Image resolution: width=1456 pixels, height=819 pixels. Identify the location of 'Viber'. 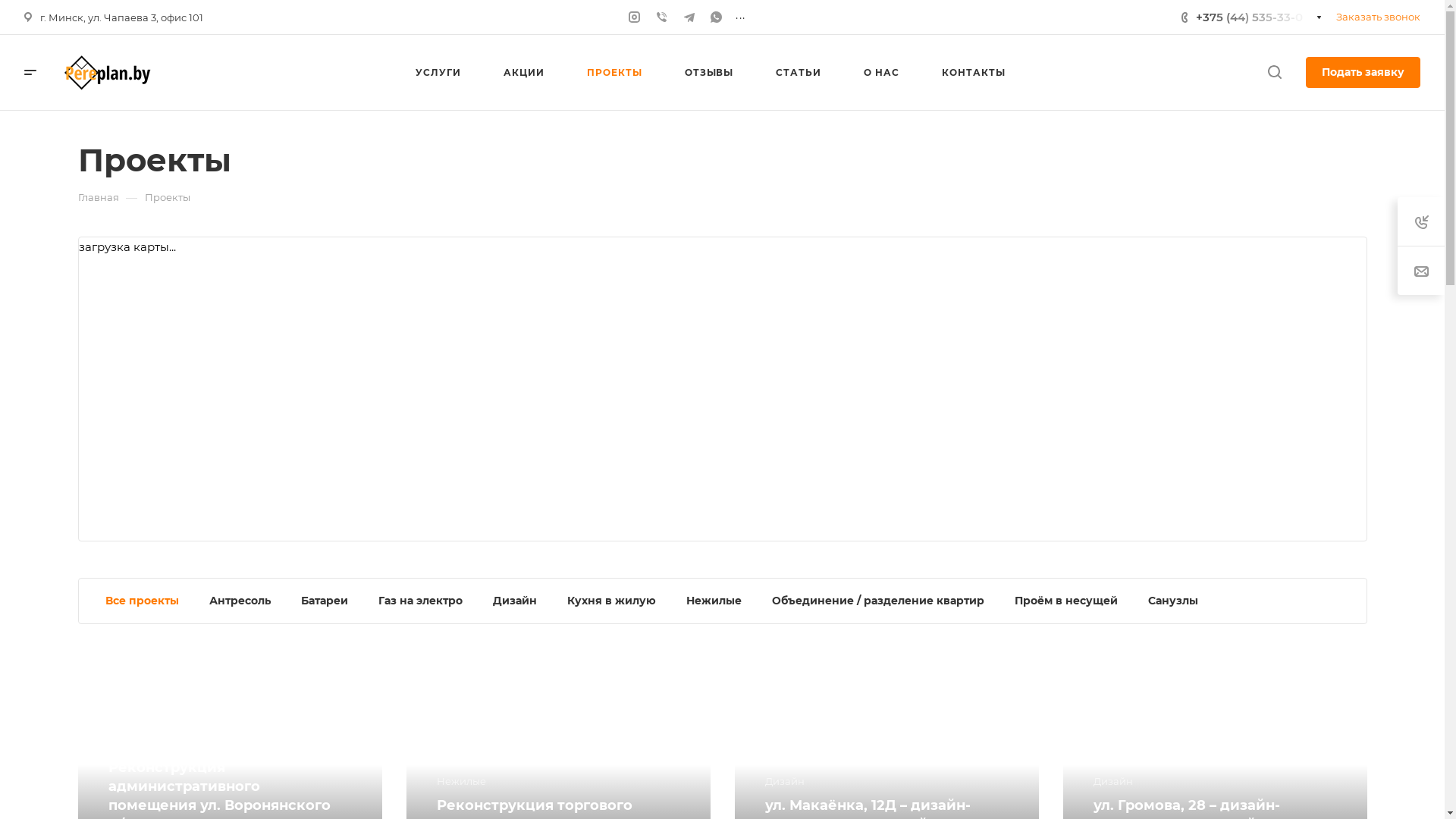
(662, 17).